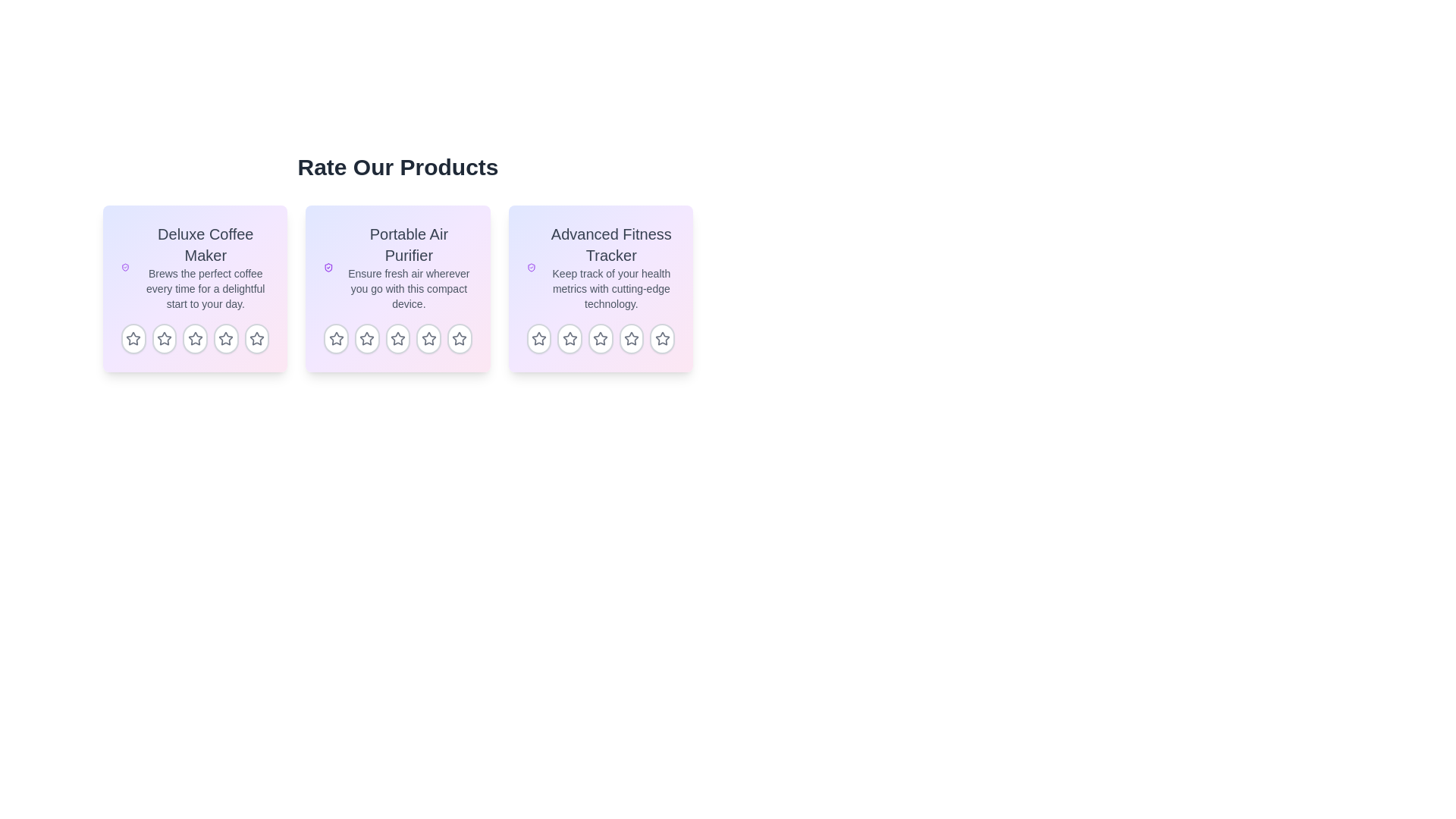 Image resolution: width=1456 pixels, height=819 pixels. Describe the element at coordinates (397, 267) in the screenshot. I see `the text label displaying 'Portable Air Purifier' which is part of the second product card in a horizontal list` at that location.